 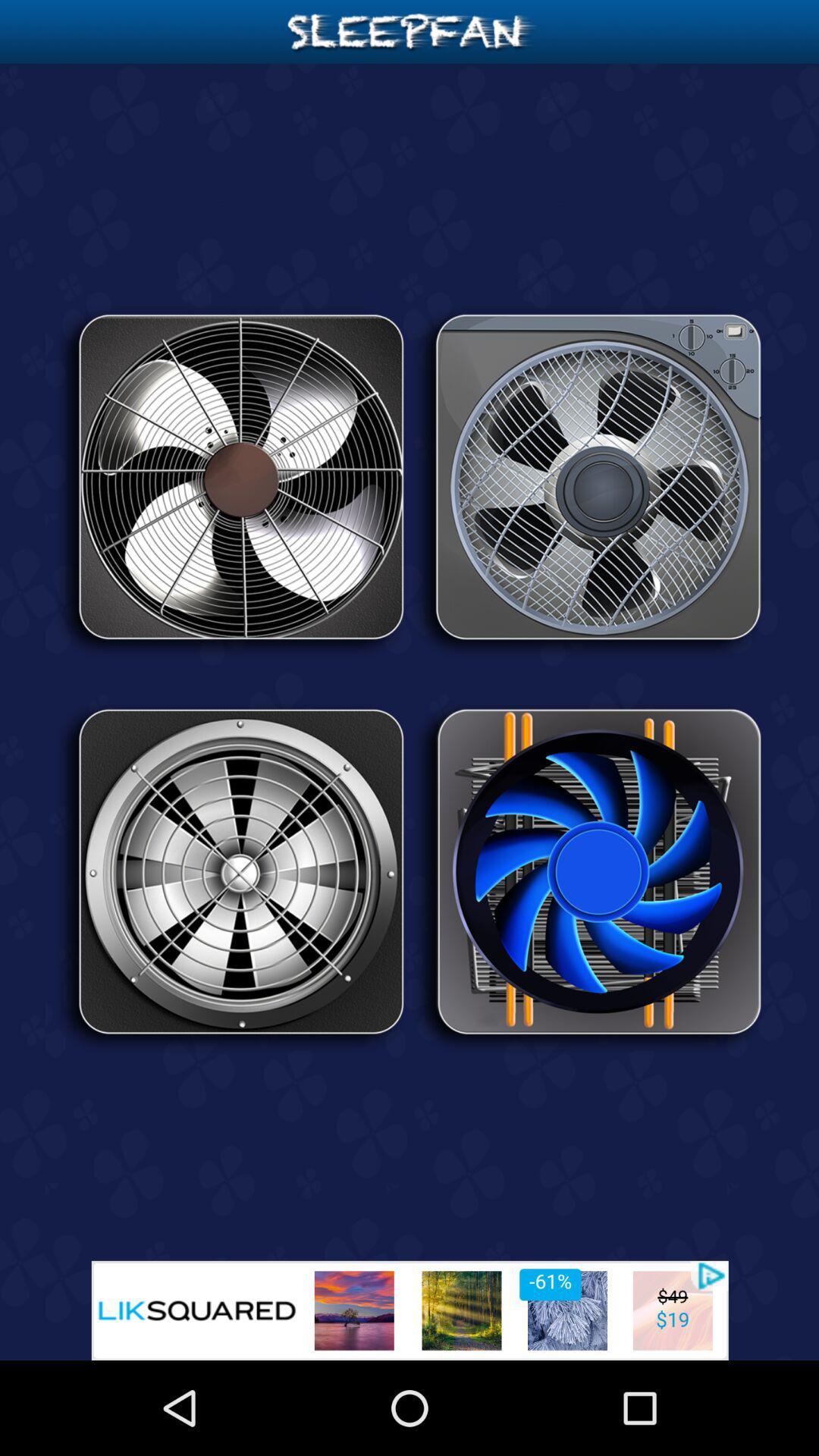 I want to click on the icon on the right, so click(x=587, y=877).